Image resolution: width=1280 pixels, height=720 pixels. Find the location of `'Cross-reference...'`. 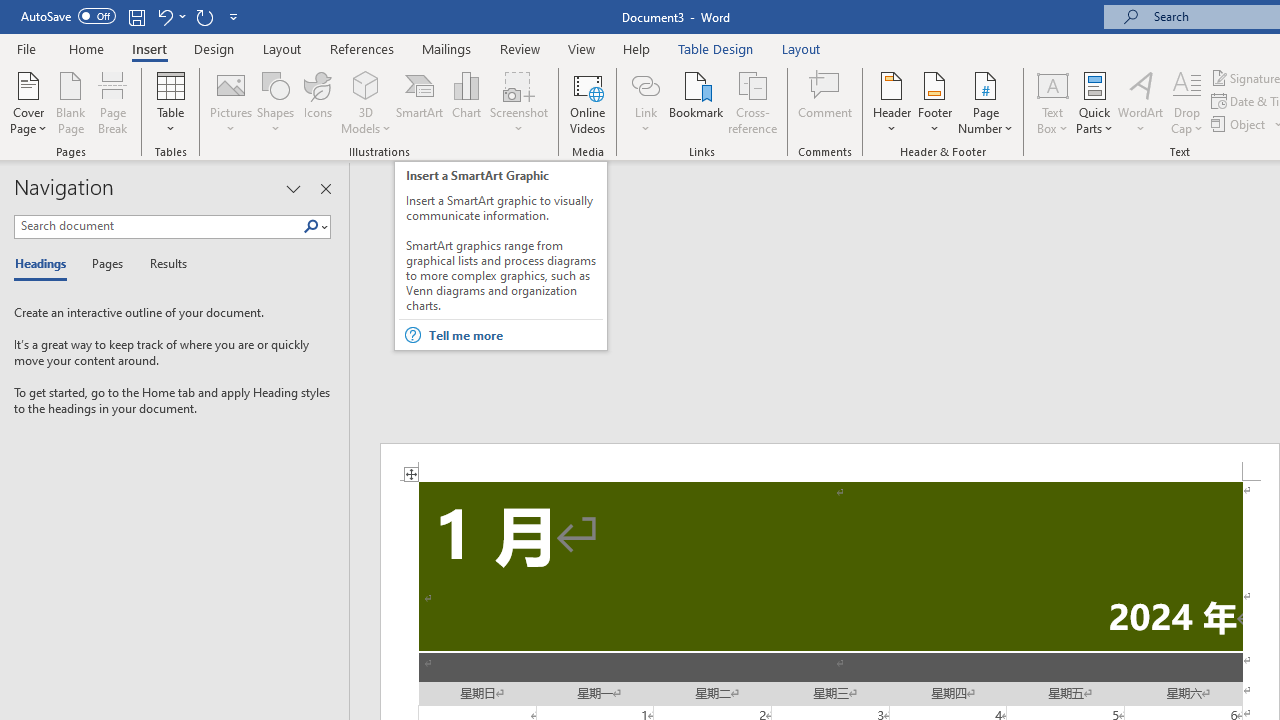

'Cross-reference...' is located at coordinates (751, 103).